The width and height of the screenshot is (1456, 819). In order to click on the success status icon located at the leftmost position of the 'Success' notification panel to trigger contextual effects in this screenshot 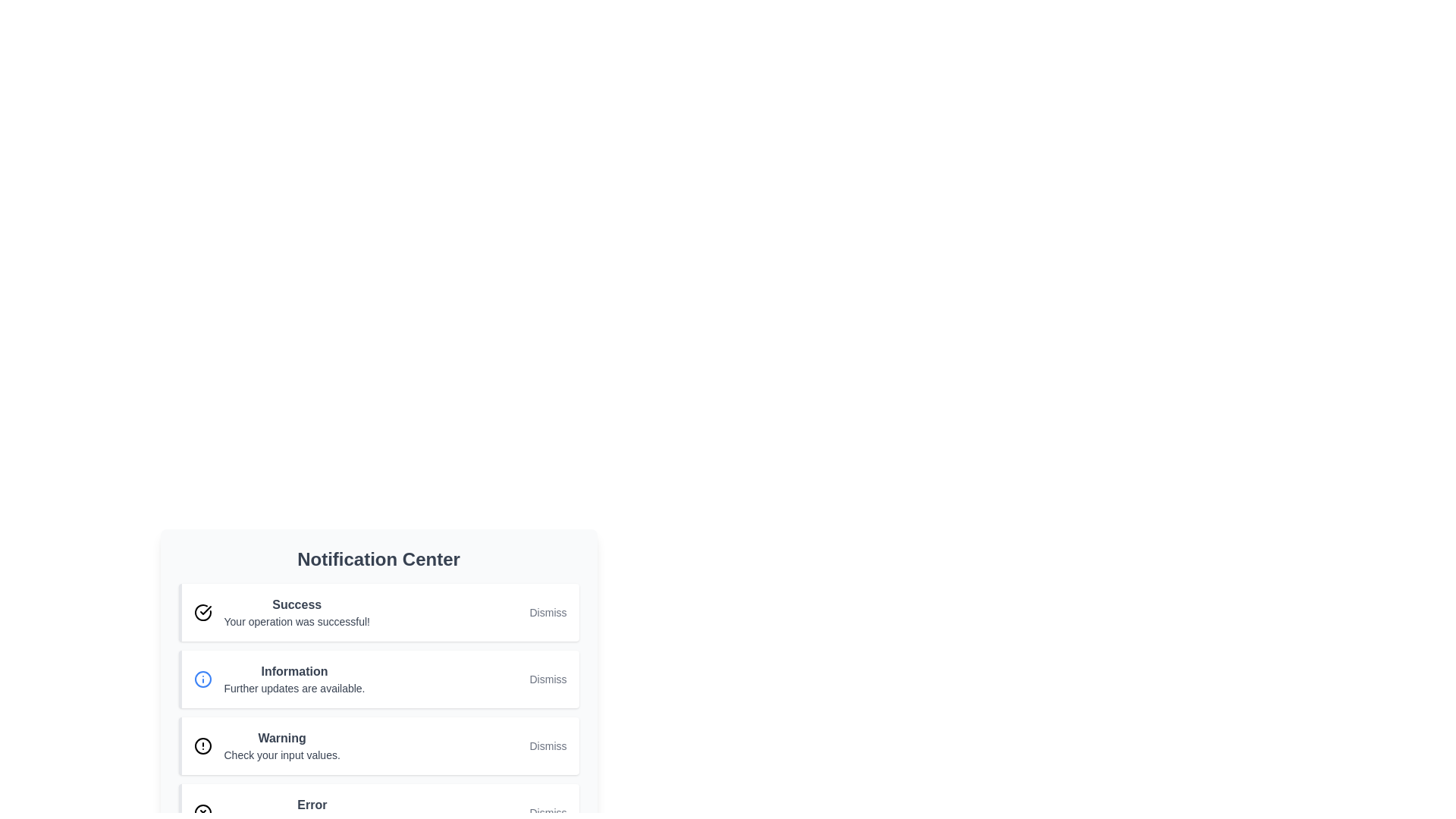, I will do `click(202, 611)`.